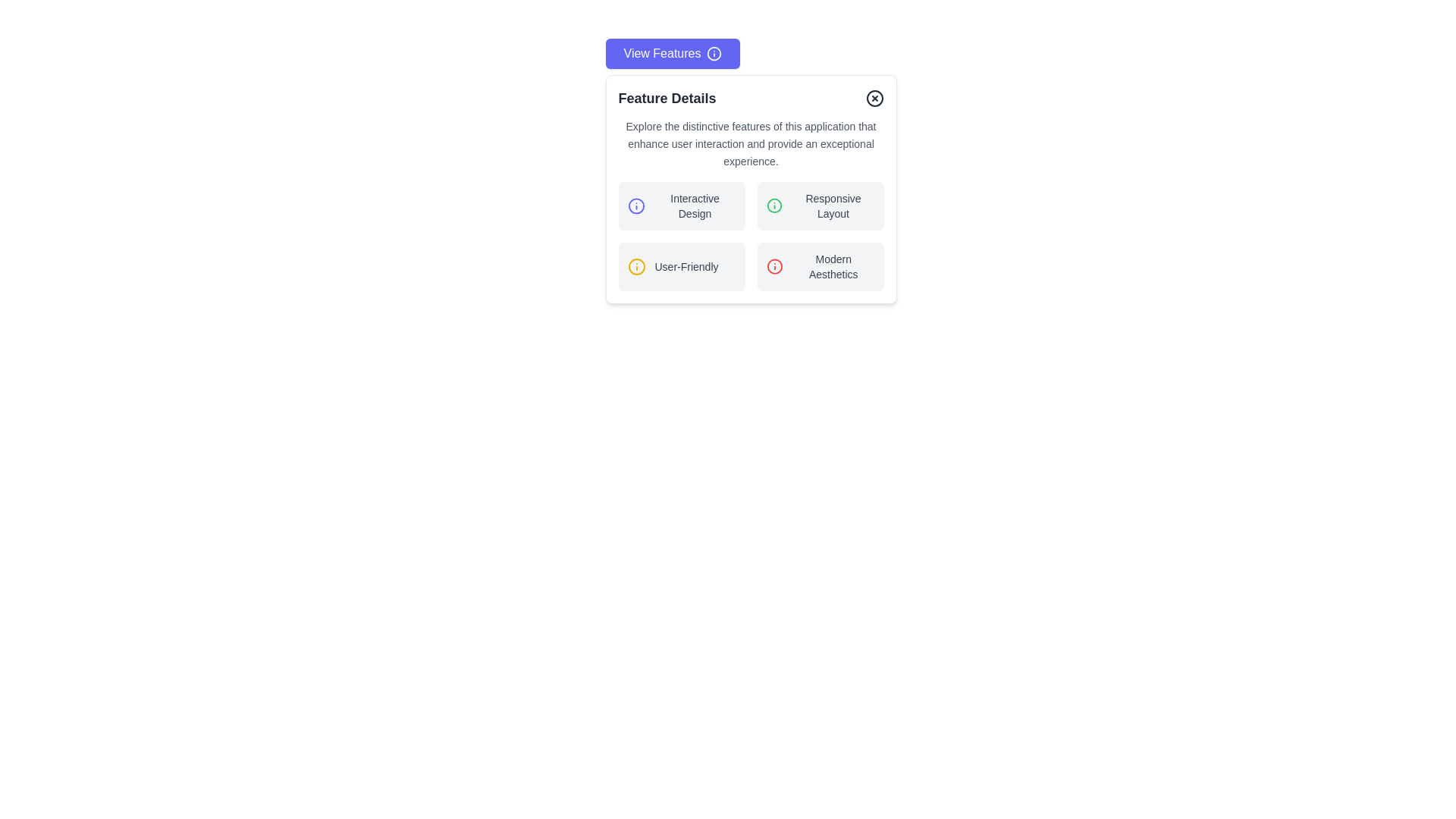 The width and height of the screenshot is (1456, 819). Describe the element at coordinates (672, 52) in the screenshot. I see `the button located centrally at the top of the modal window` at that location.